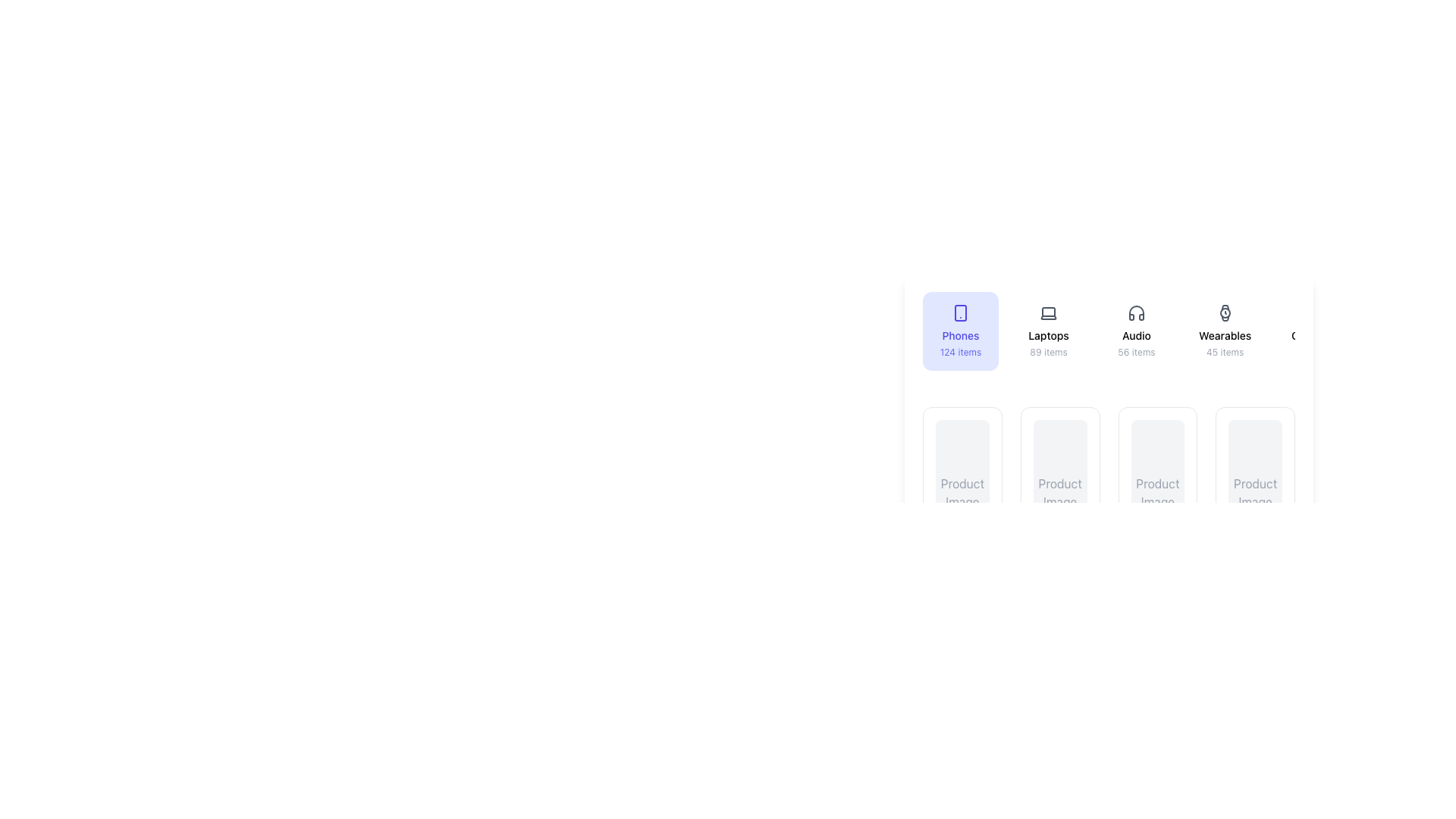  What do you see at coordinates (1047, 312) in the screenshot?
I see `the laptop icon graphic located centrally within the navigation bar, which is the second graphic in the bar, to the right of the phone icon and to the left of the audio devices icon` at bounding box center [1047, 312].